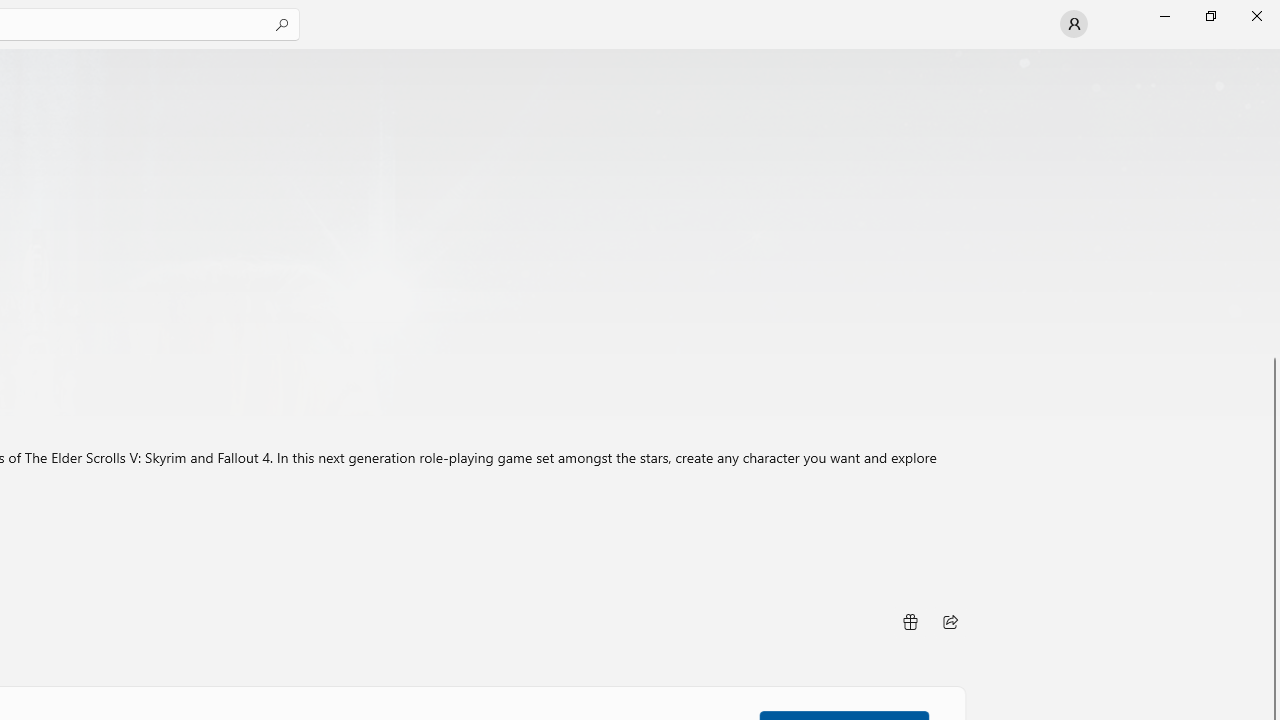  I want to click on 'Close Microsoft Store', so click(1255, 15).